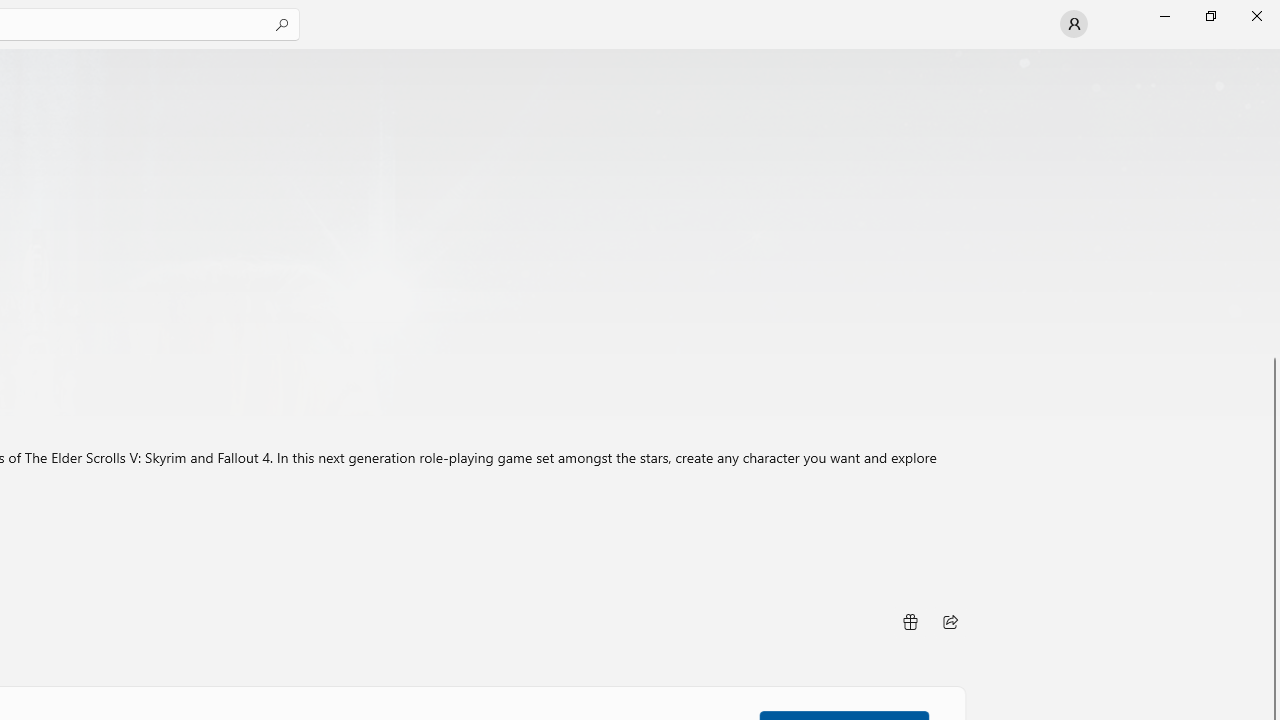  I want to click on 'Close Microsoft Store', so click(1255, 15).